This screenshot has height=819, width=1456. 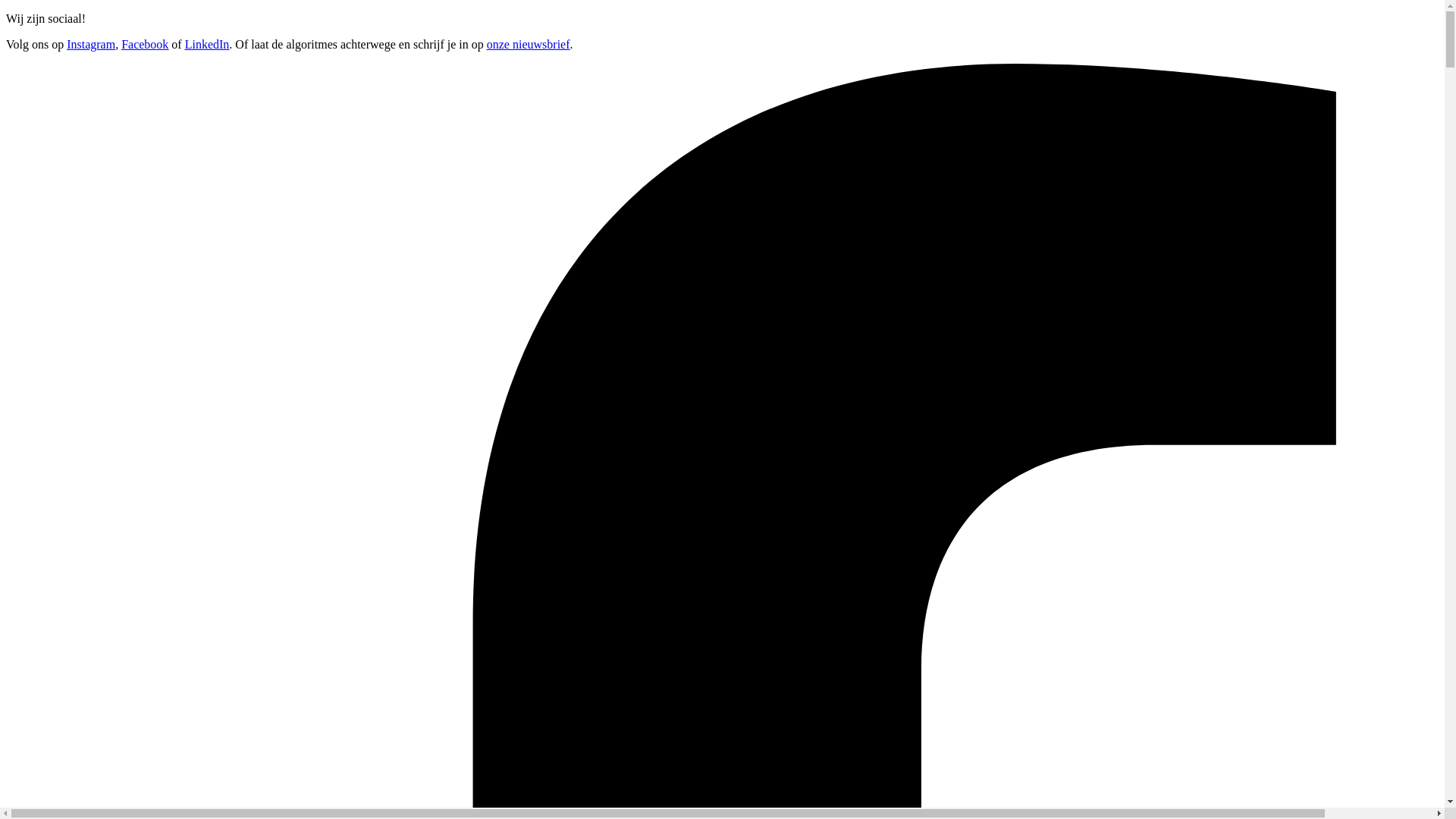 I want to click on 'LinkedIn', so click(x=206, y=43).